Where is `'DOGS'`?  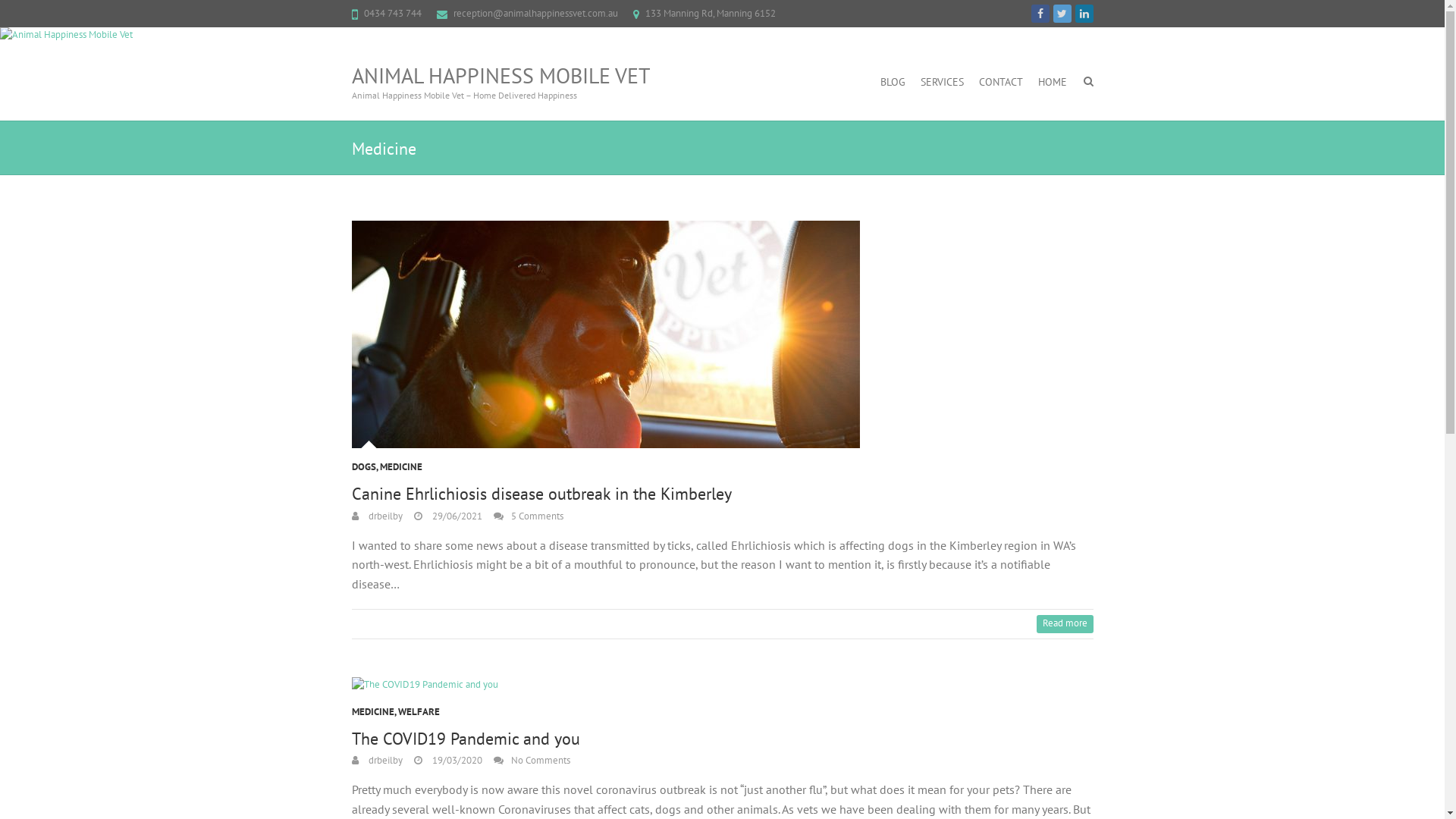
'DOGS' is located at coordinates (364, 470).